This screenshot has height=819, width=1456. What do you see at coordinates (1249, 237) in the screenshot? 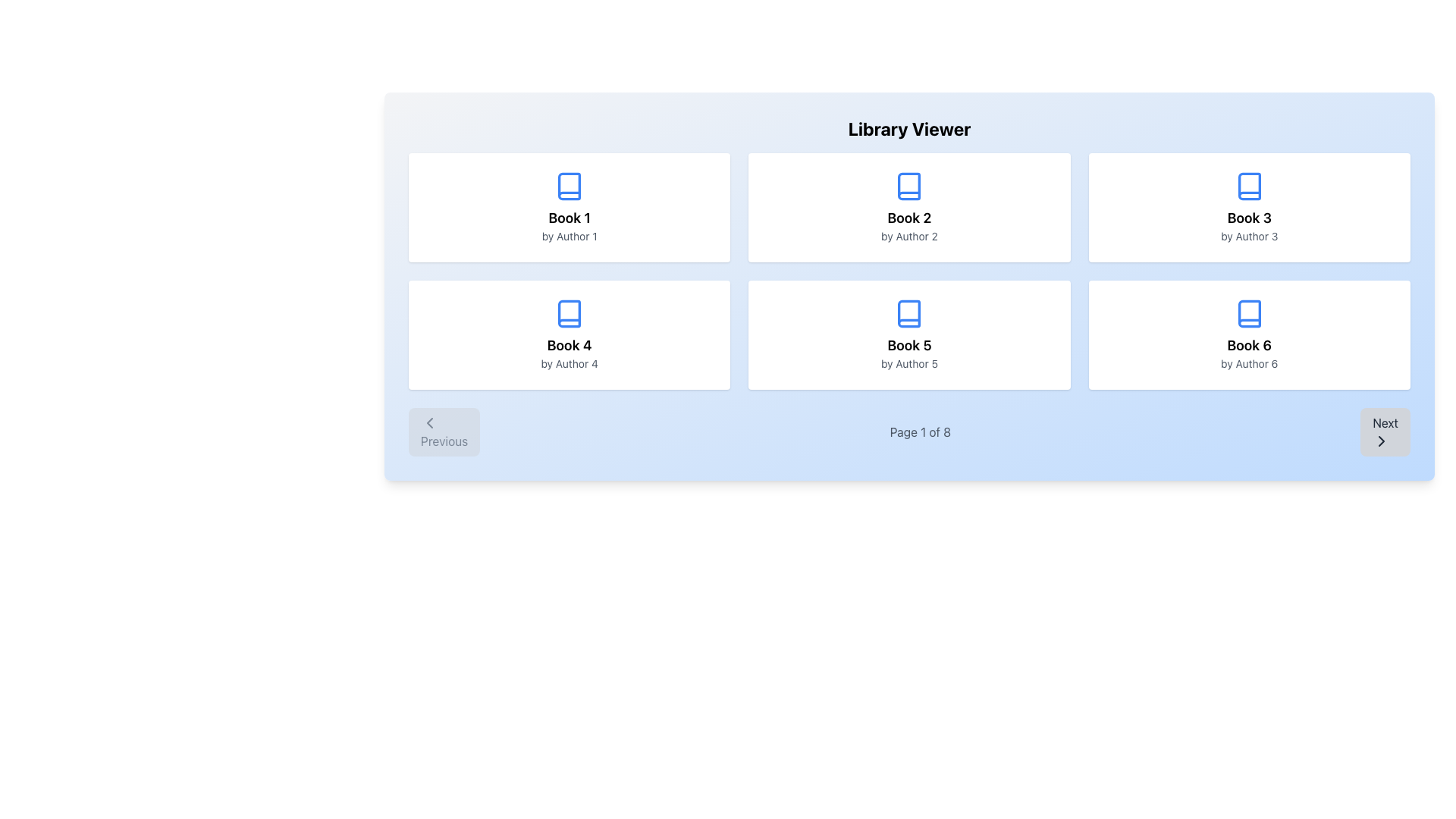
I see `the text label displaying 'by Author 3' located at the bottom of the card for 'Book 3' in the Library Viewer` at bounding box center [1249, 237].